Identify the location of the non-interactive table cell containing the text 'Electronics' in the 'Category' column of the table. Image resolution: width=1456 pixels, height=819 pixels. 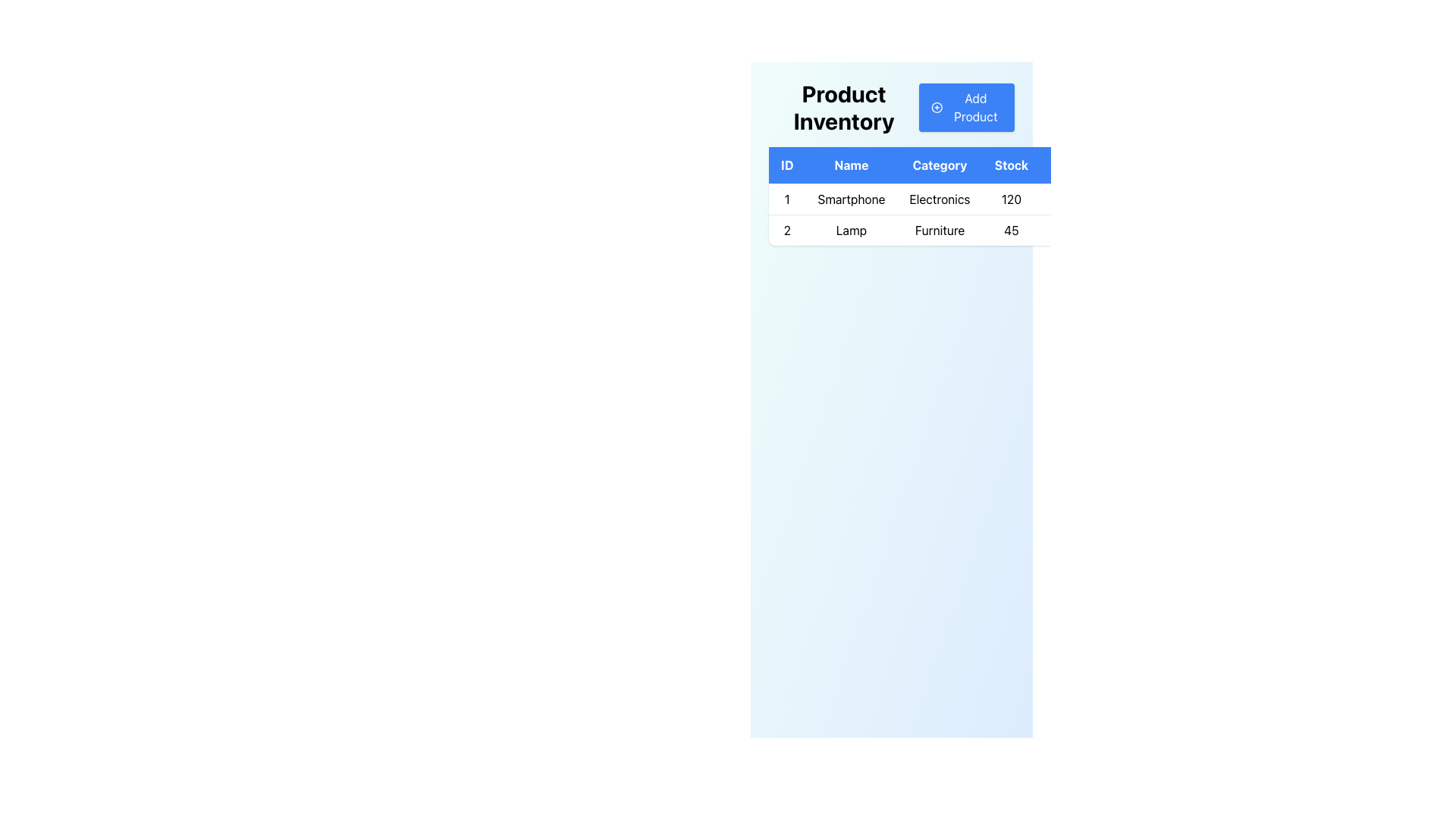
(939, 198).